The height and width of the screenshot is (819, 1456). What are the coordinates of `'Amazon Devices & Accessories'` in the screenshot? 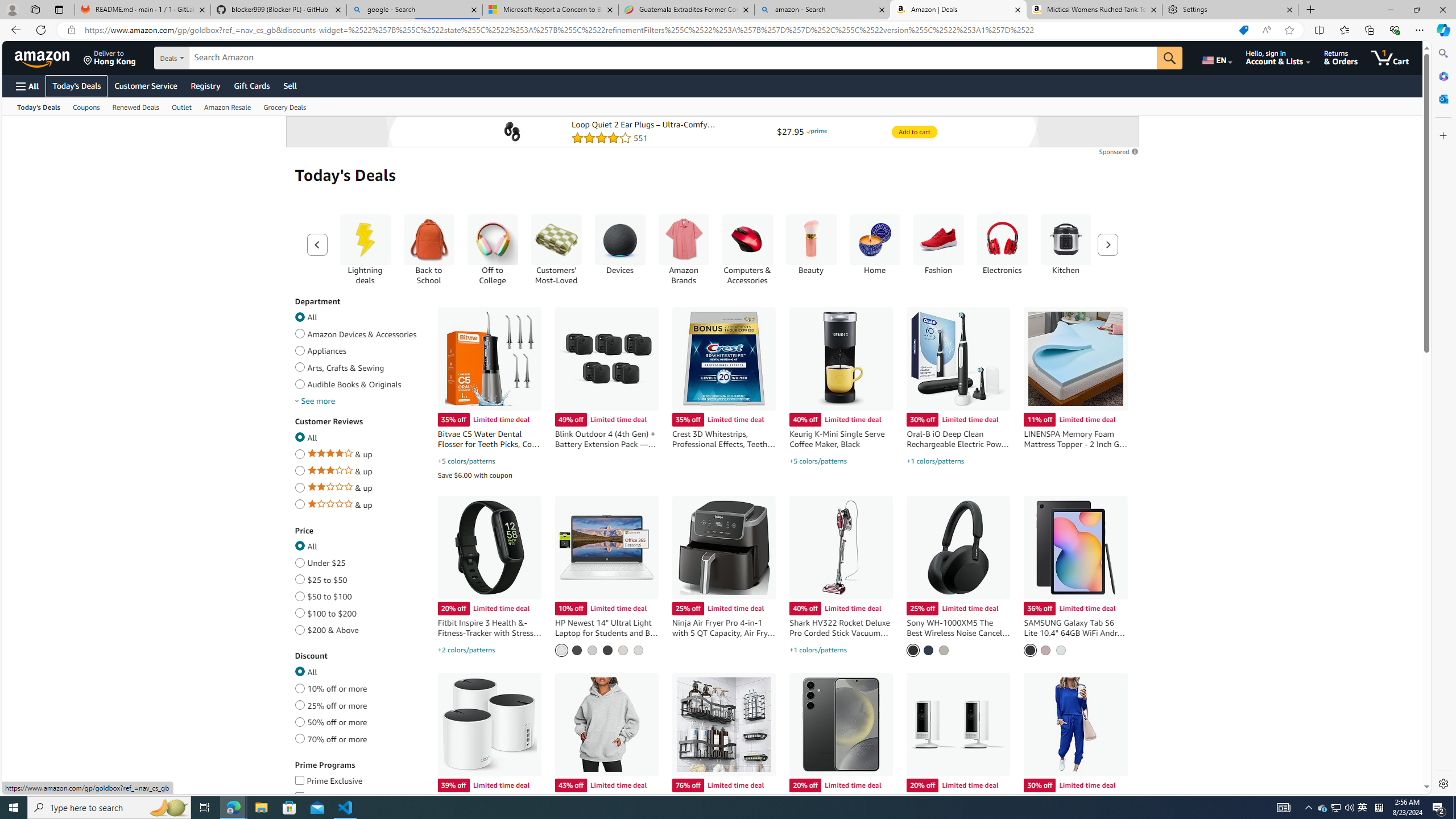 It's located at (299, 331).